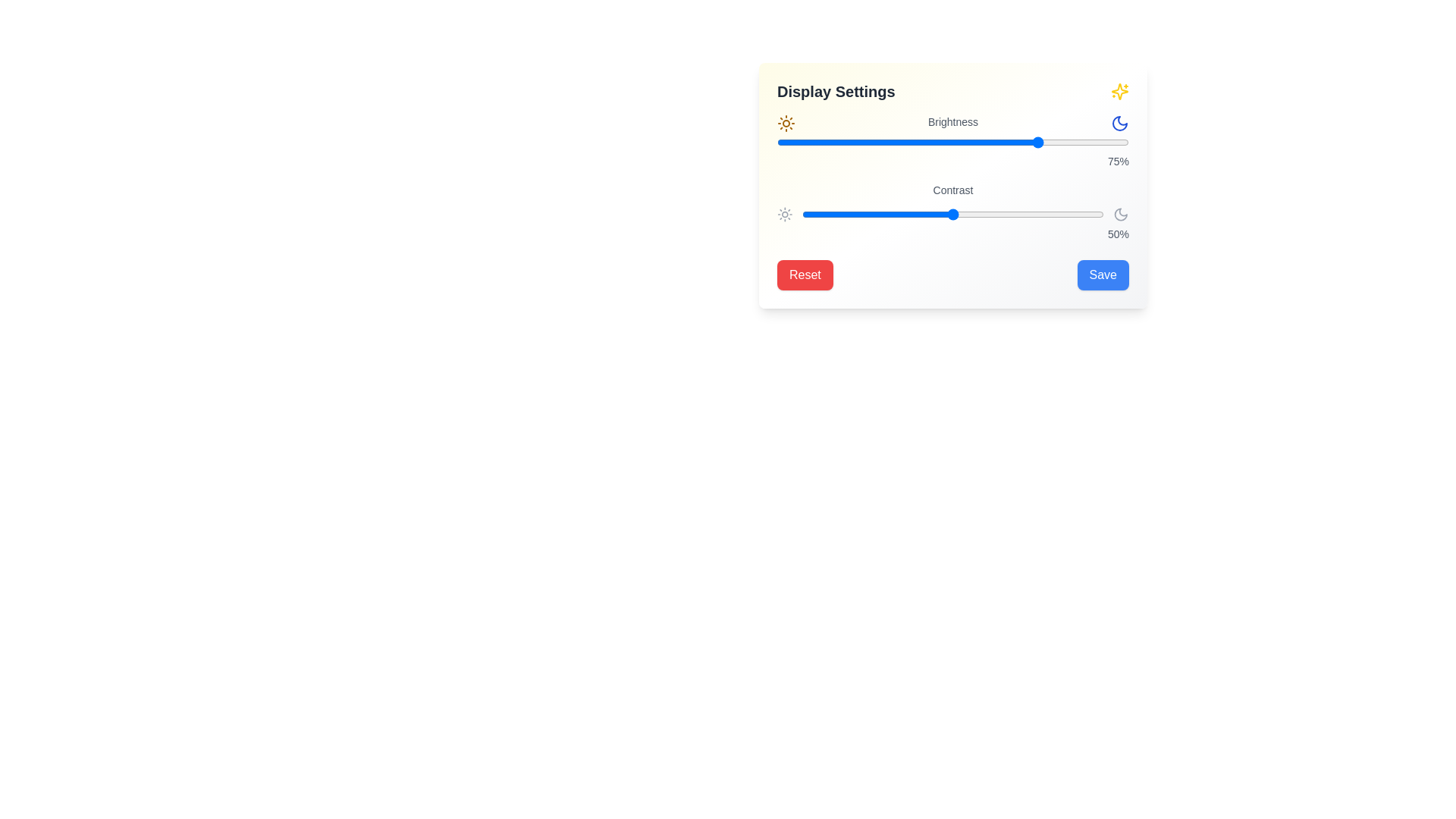 The image size is (1456, 819). What do you see at coordinates (1103, 275) in the screenshot?
I see `the 'Save' button, a blue rectangular button with white text` at bounding box center [1103, 275].